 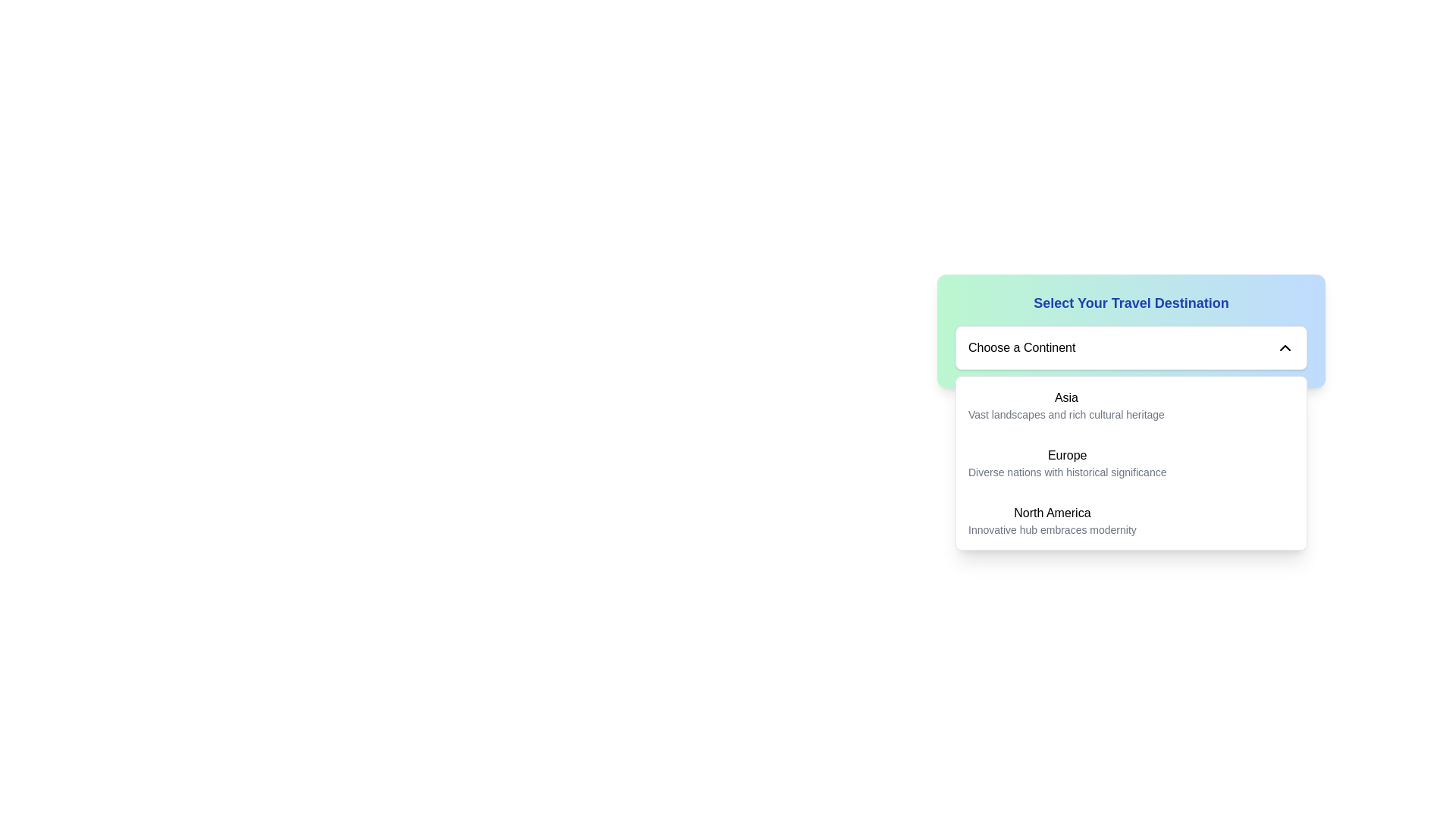 I want to click on the 'Europe' option in the drop-down menu under 'Select Your Travel Destination', so click(x=1066, y=462).